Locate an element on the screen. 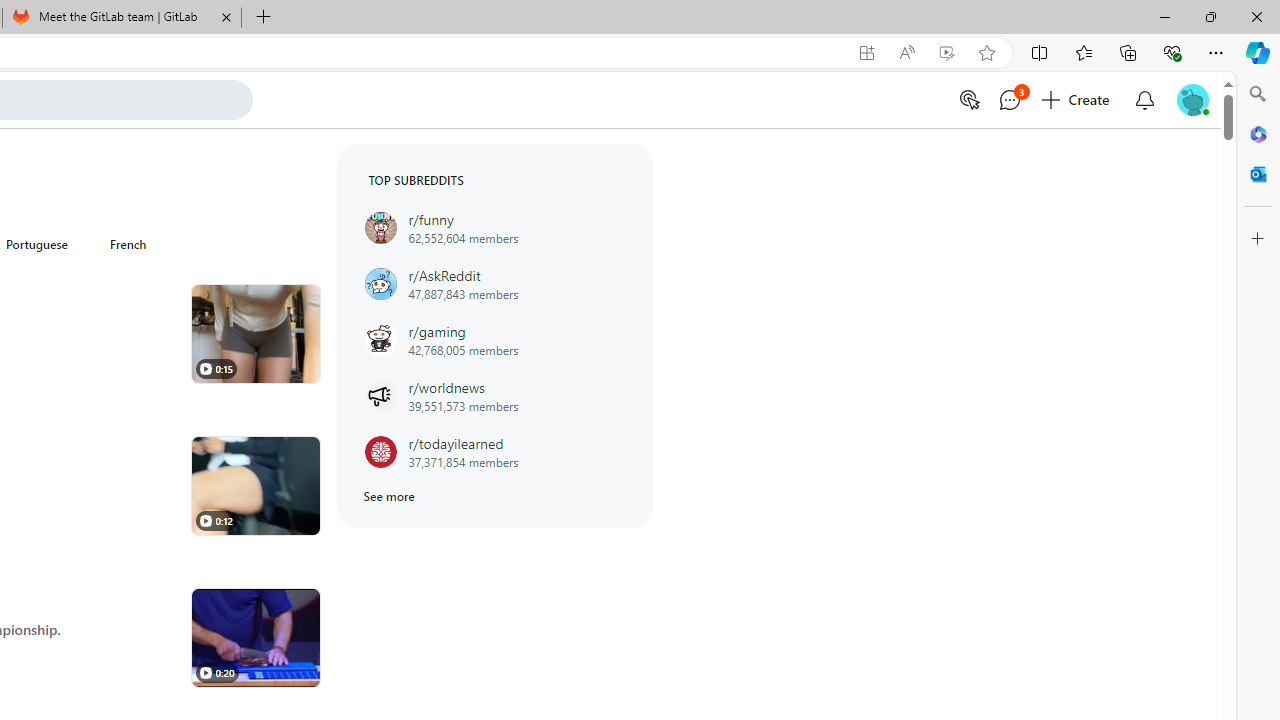 The width and height of the screenshot is (1280, 720). 'r/funny 62,552,604 members' is located at coordinates (494, 227).